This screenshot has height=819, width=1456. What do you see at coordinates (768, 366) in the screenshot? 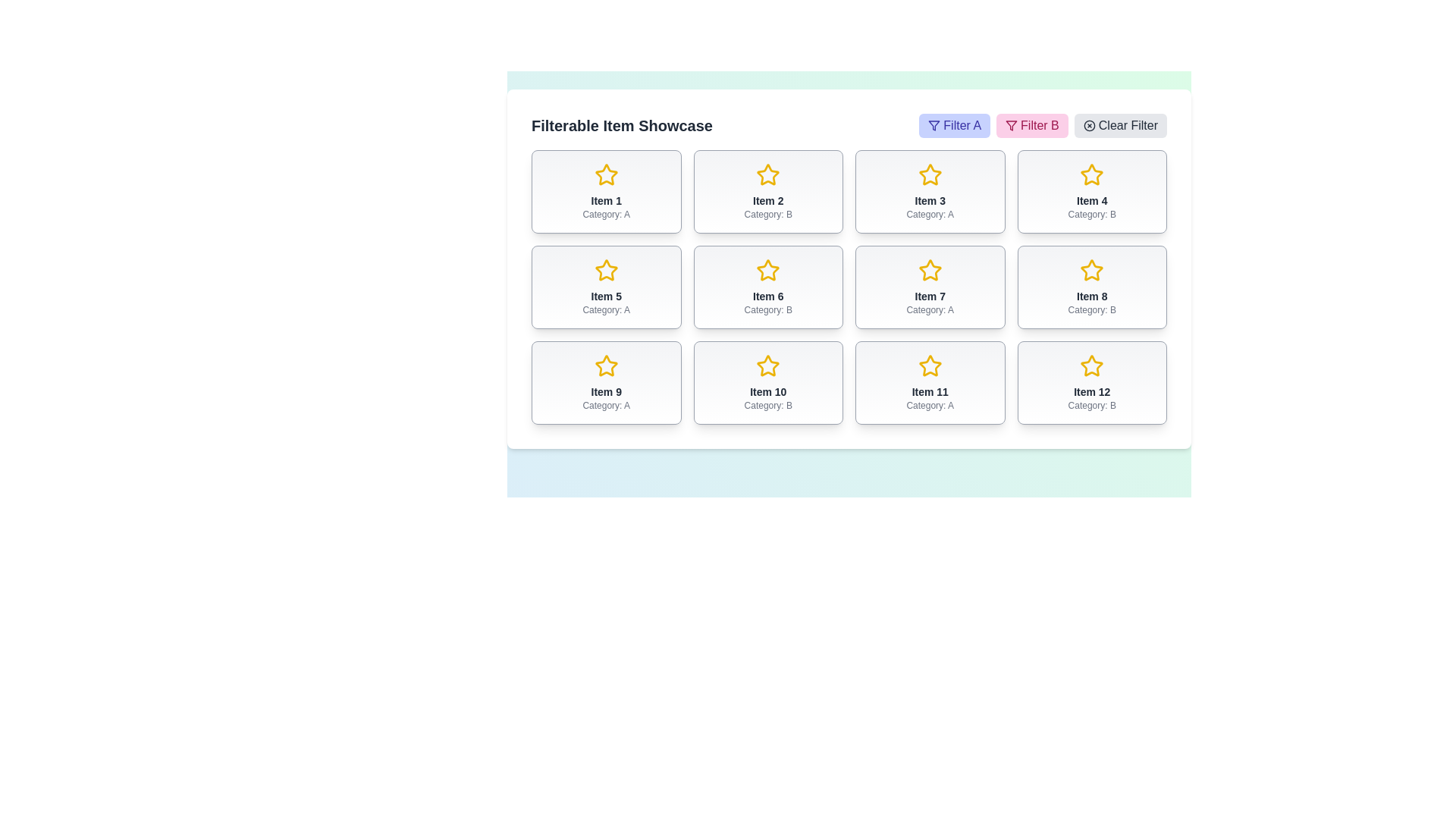
I see `the yellow star icon located` at bounding box center [768, 366].